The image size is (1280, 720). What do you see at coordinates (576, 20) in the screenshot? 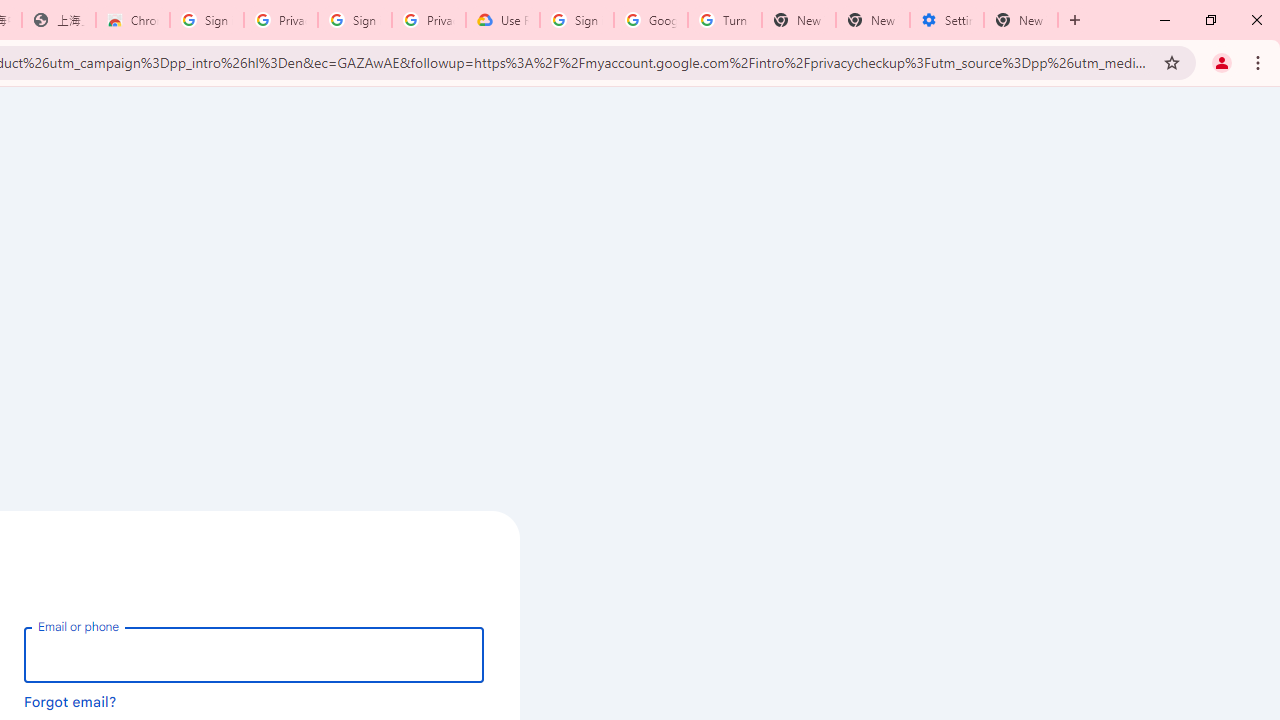
I see `'Sign in - Google Accounts'` at bounding box center [576, 20].